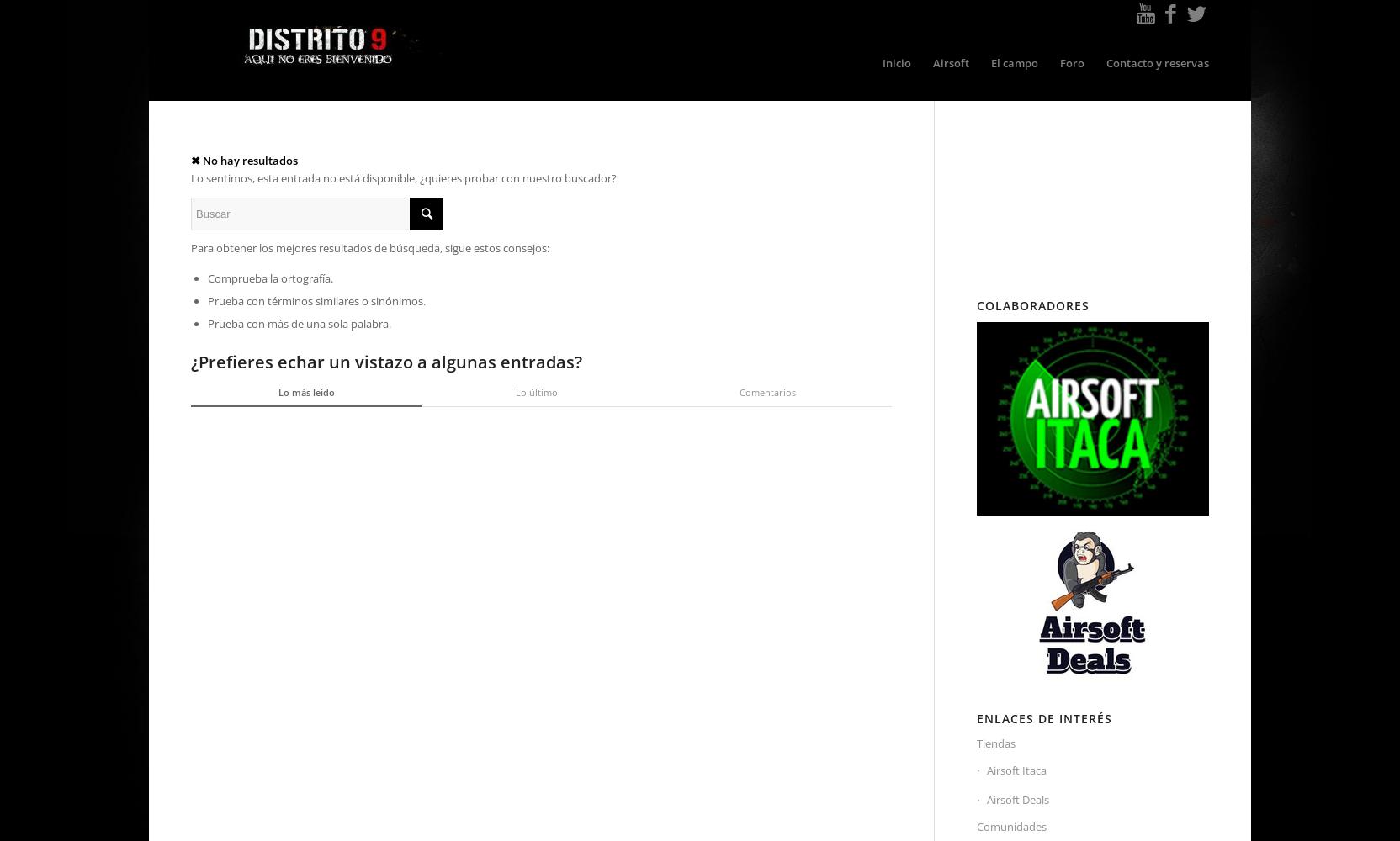 This screenshot has width=1400, height=841. What do you see at coordinates (1044, 717) in the screenshot?
I see `'Enlaces de Interés'` at bounding box center [1044, 717].